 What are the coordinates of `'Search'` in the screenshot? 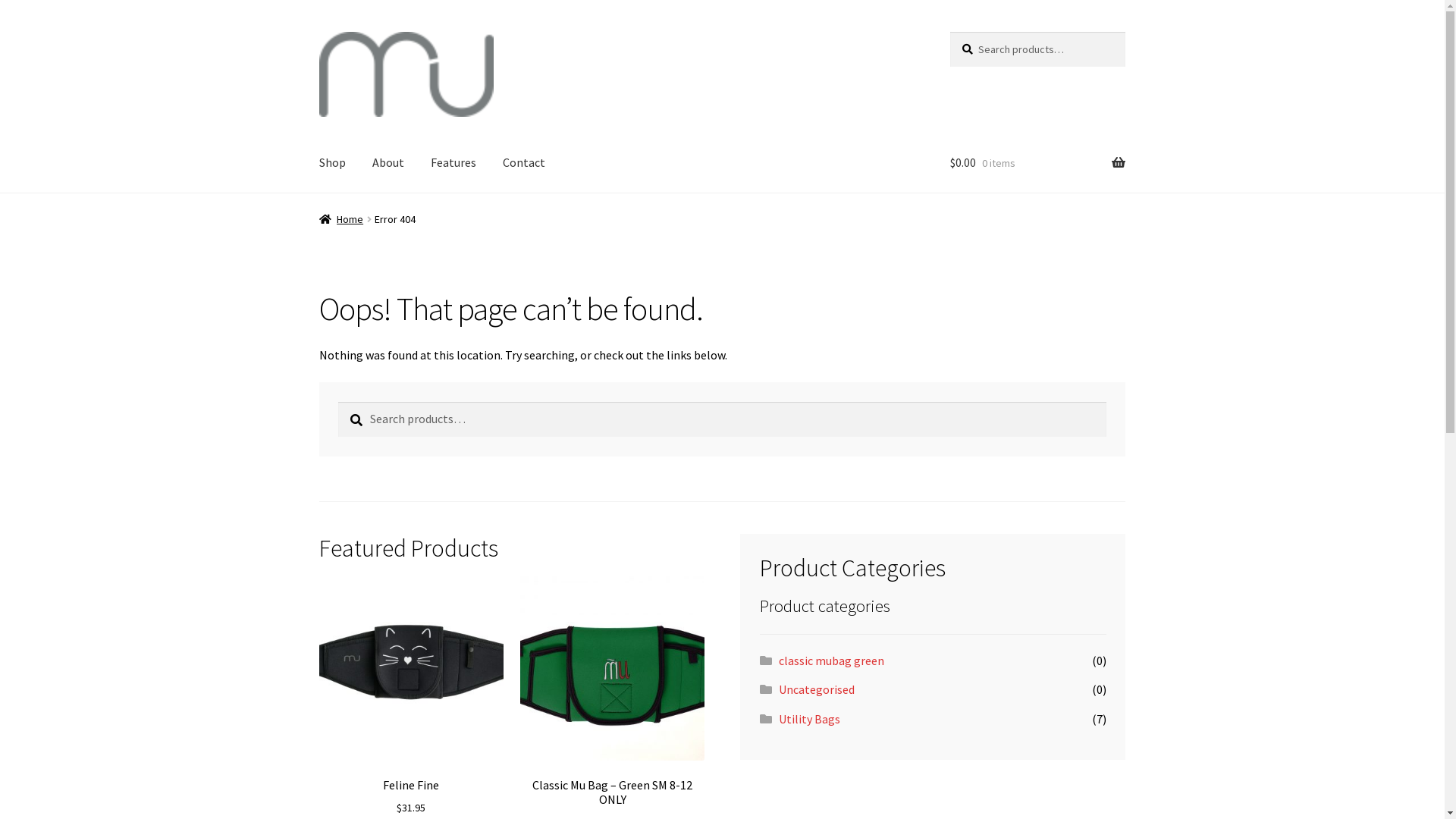 It's located at (337, 400).